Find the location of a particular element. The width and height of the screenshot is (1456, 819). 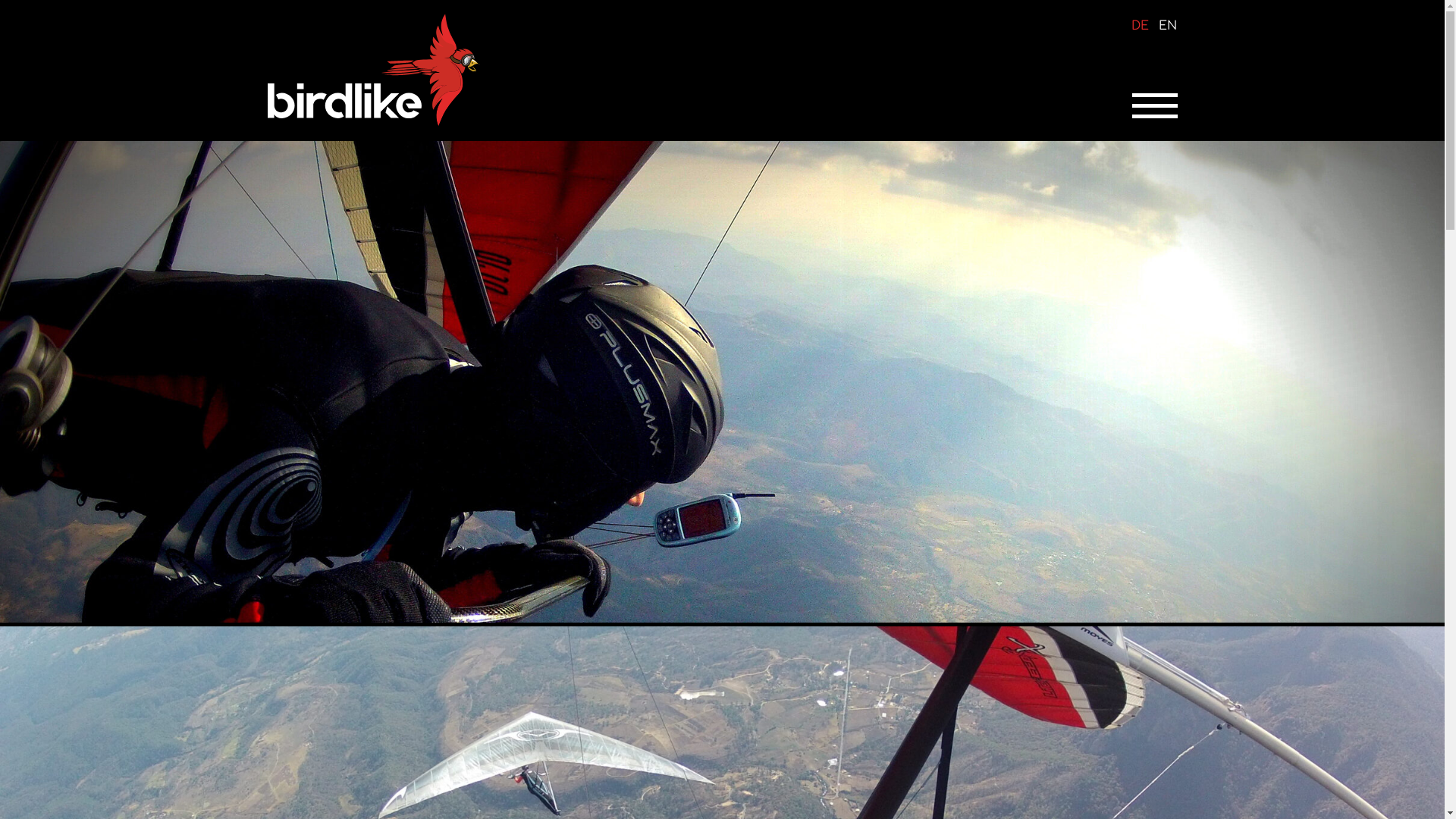

'DE' is located at coordinates (1131, 26).